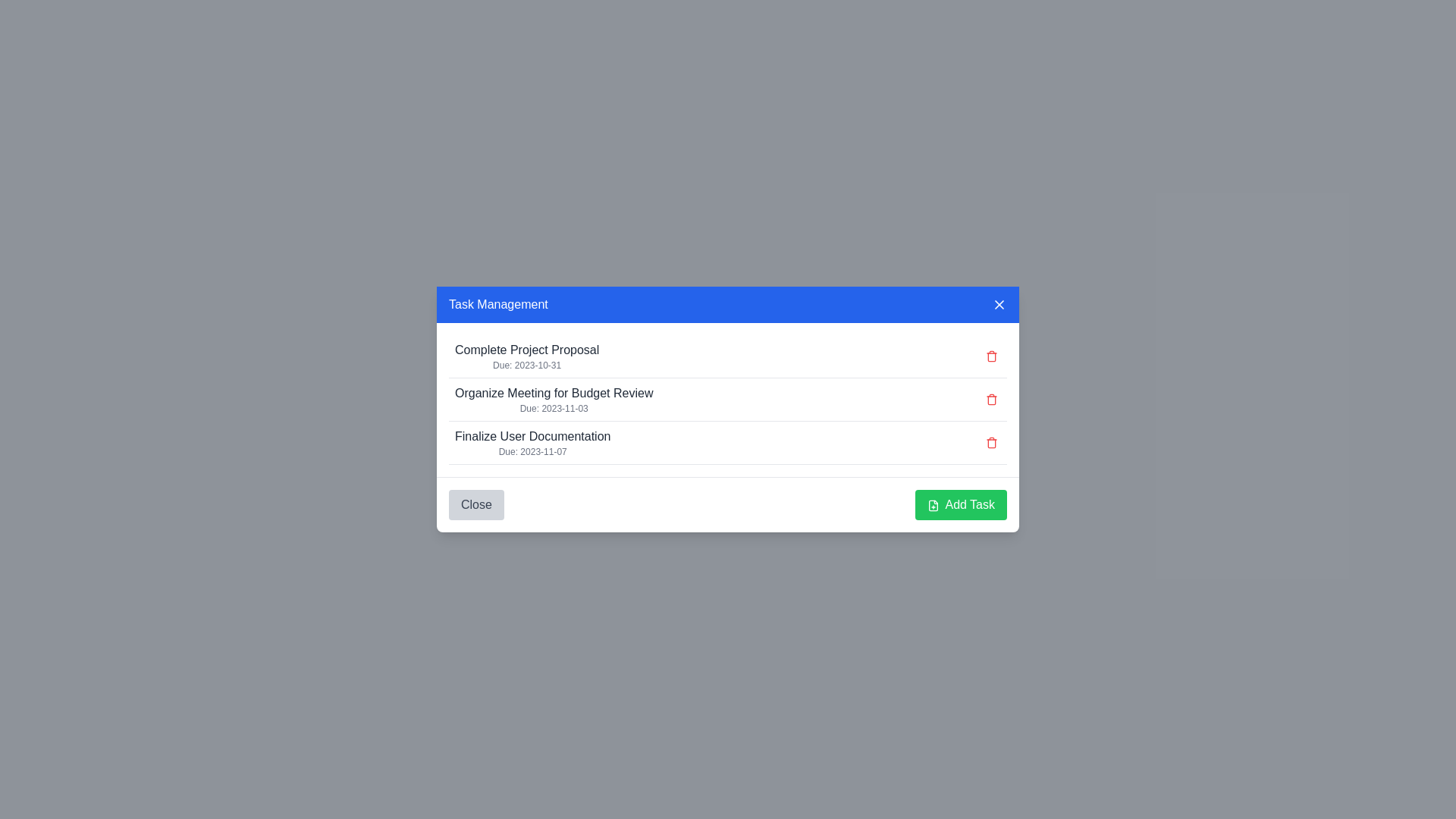 This screenshot has height=819, width=1456. Describe the element at coordinates (999, 304) in the screenshot. I see `the 'X' button in the top-right corner of the dialog to close it` at that location.